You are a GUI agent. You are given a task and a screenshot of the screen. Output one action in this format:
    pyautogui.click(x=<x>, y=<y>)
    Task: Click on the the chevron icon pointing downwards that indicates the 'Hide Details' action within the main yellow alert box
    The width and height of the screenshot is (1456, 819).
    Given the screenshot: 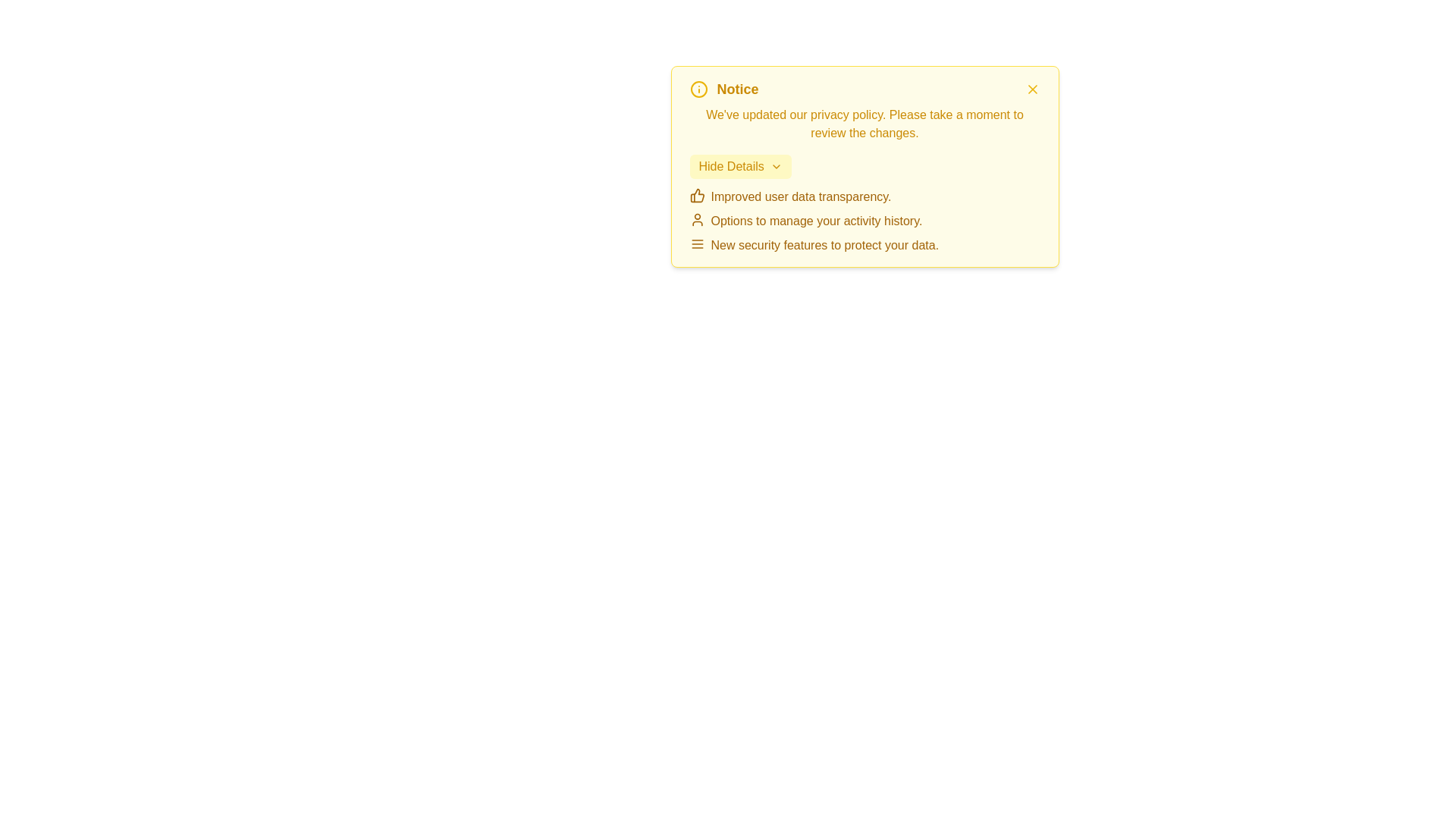 What is the action you would take?
    pyautogui.click(x=776, y=166)
    